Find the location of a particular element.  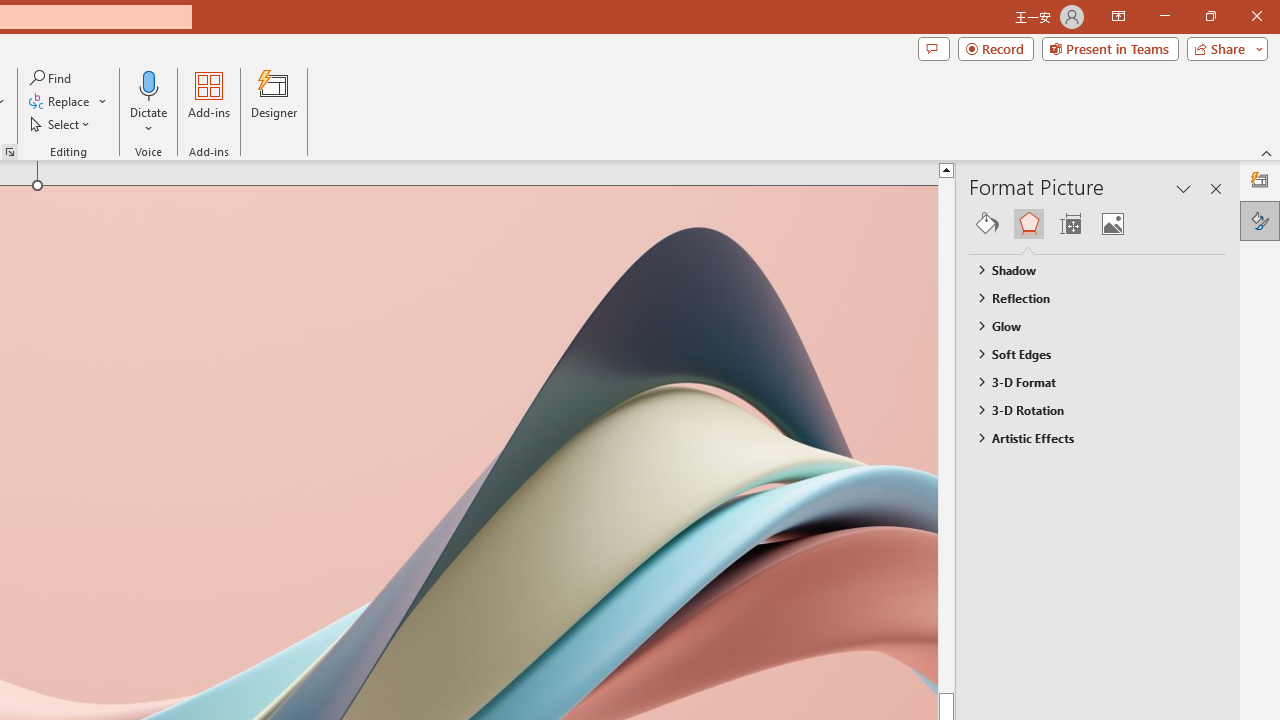

'Fill & Line' is located at coordinates (987, 223).